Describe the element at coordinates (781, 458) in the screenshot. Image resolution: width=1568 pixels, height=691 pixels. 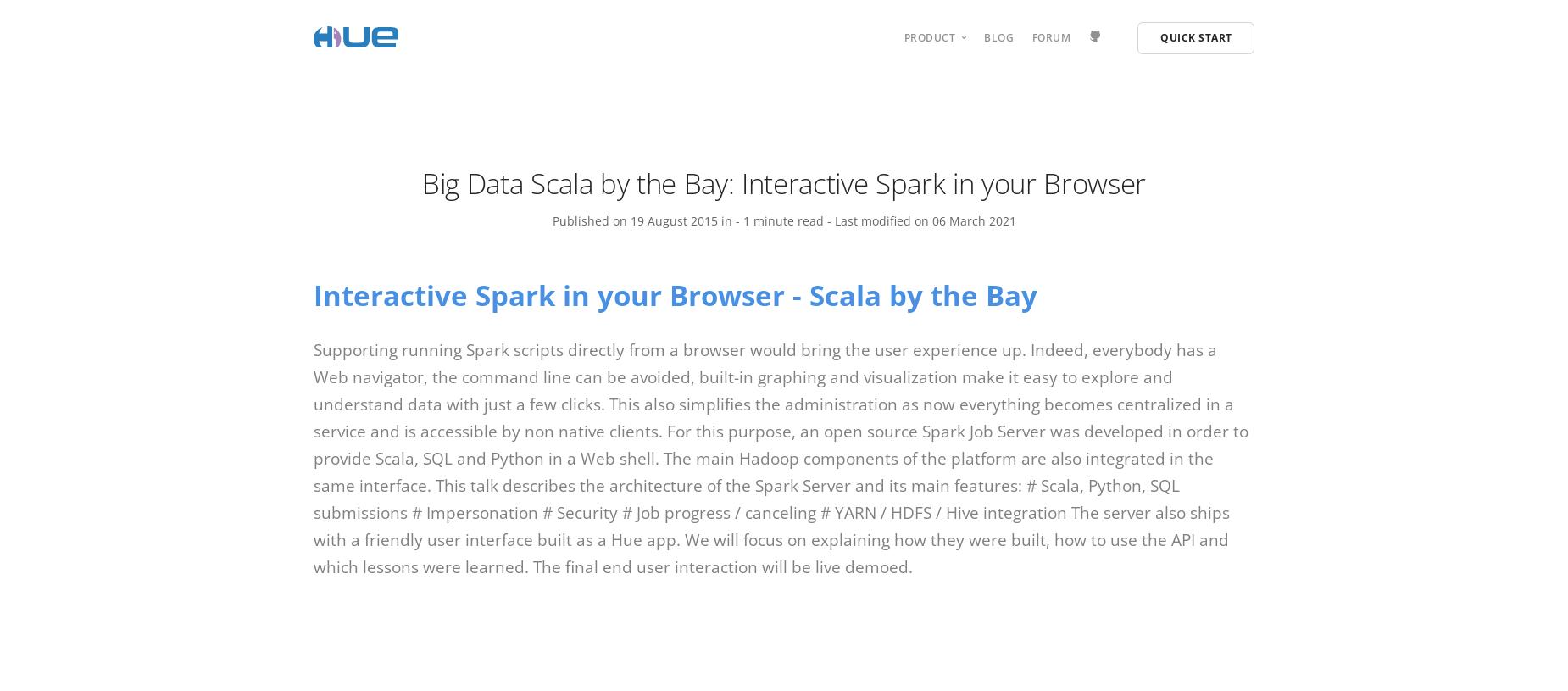
I see `'Supporting running Spark scripts directly from a browser would bring the user experience up. Indeed, everybody has a Web navigator, the command line can be avoided, built-in graphing and visualization make it easy to explore and understand data with just a few clicks. This also simplifies the administration as now everything becomes centralized in a service and is accessible by non native clients. For this purpose, an open source Spark Job Server was developed in order to provide Scala, SQL and Python in a Web shell. The main Hadoop components of the platform are also integrated in the same interface. This talk describes the architecture of the Spark Server and its main features: # Scala, Python, SQL submissions # Impersonation # Security # Job progress / canceling # YARN / HDFS / Hive integration The server also ships with a friendly user interface built as a Hue app. We will focus on explaining how they were built, how to use the API and which lessons were learned. The final end user interaction will be live demoed.'` at that location.